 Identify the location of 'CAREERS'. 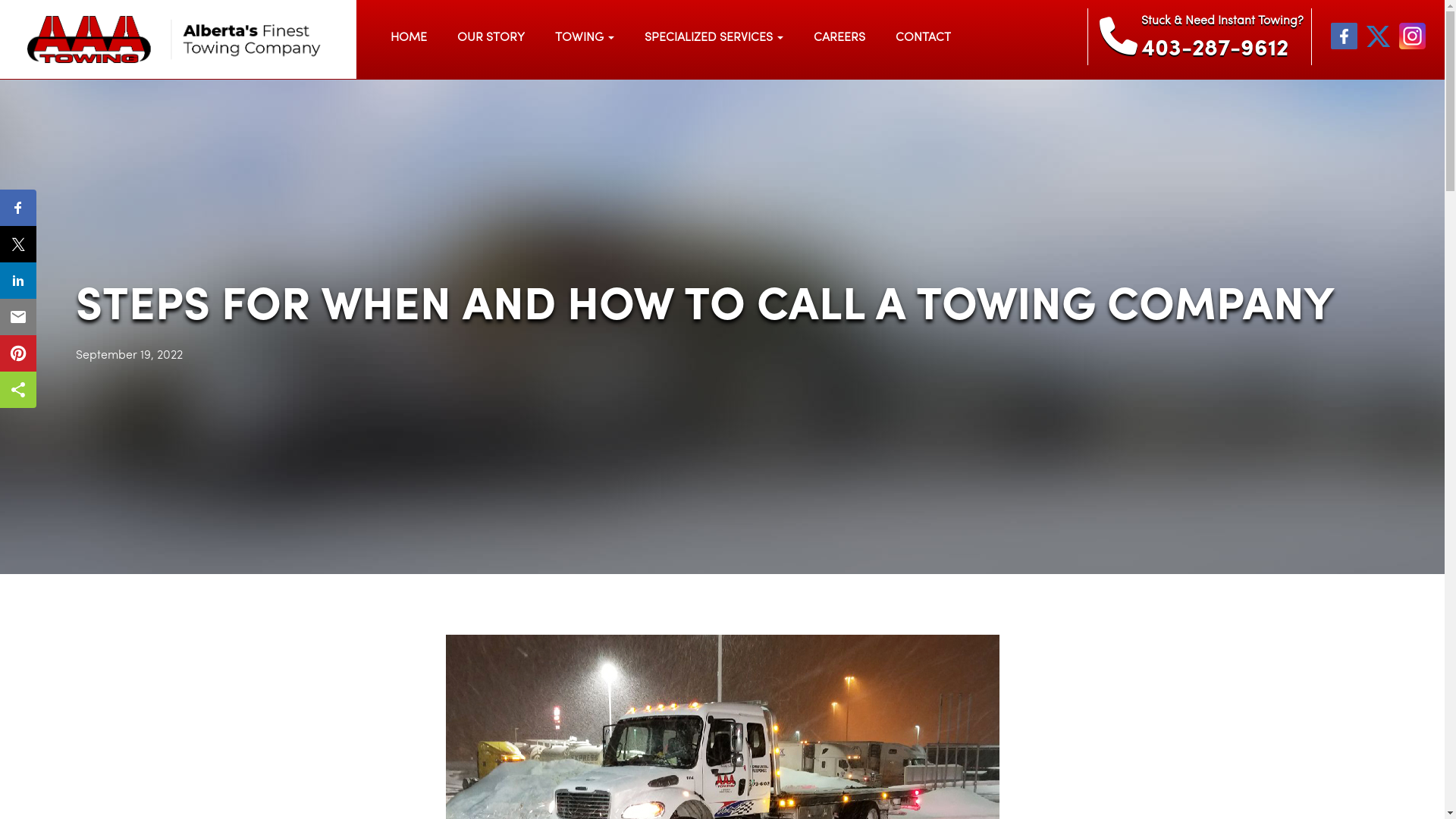
(839, 37).